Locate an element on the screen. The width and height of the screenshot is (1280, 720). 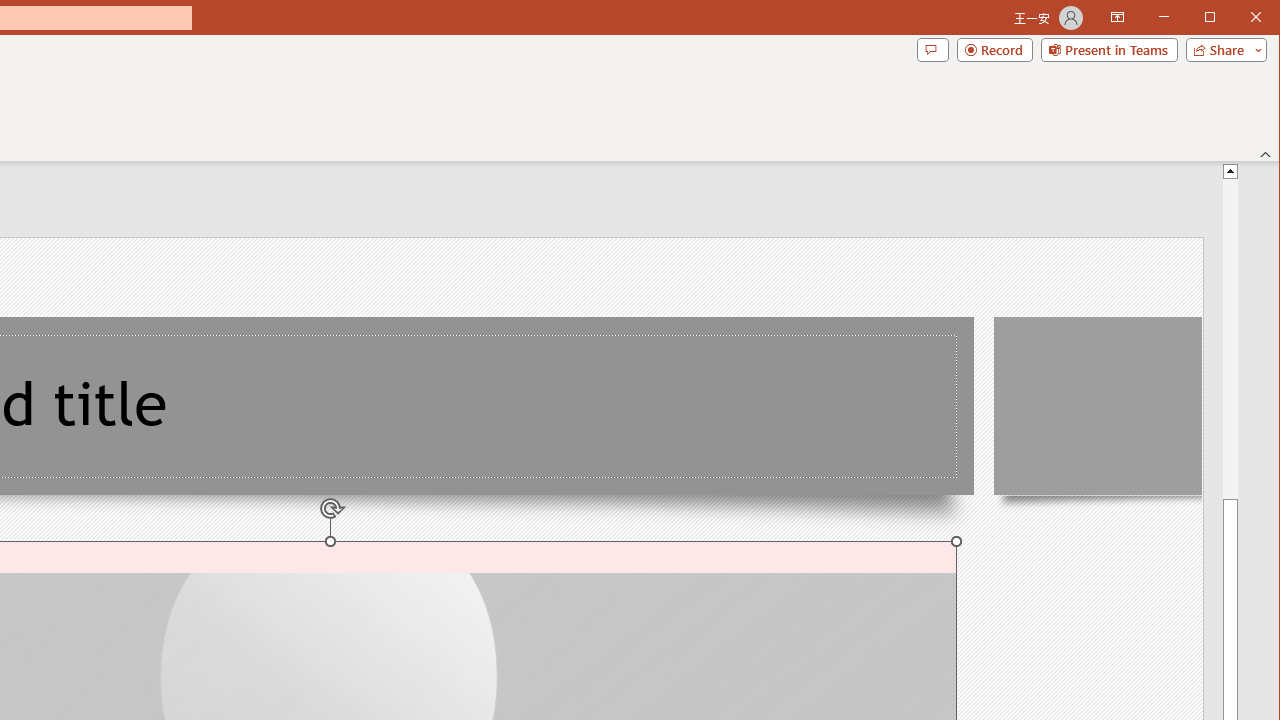
'Close' is located at coordinates (1260, 19).